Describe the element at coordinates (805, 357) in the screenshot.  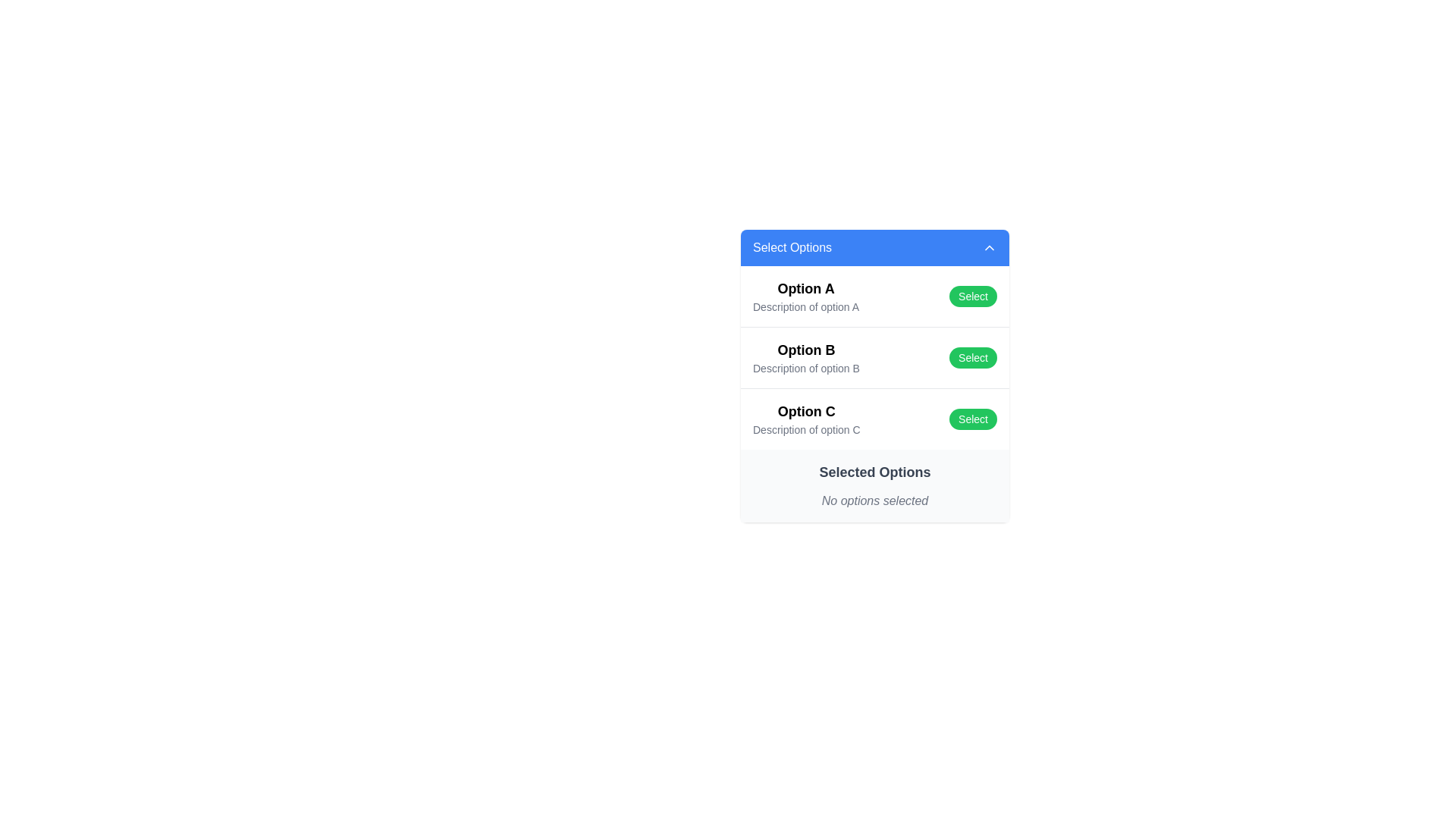
I see `the text-based UI element labeled 'Option B' with a subtitle 'Description of option B', which is the second option in a vertically listed group of options within a card` at that location.